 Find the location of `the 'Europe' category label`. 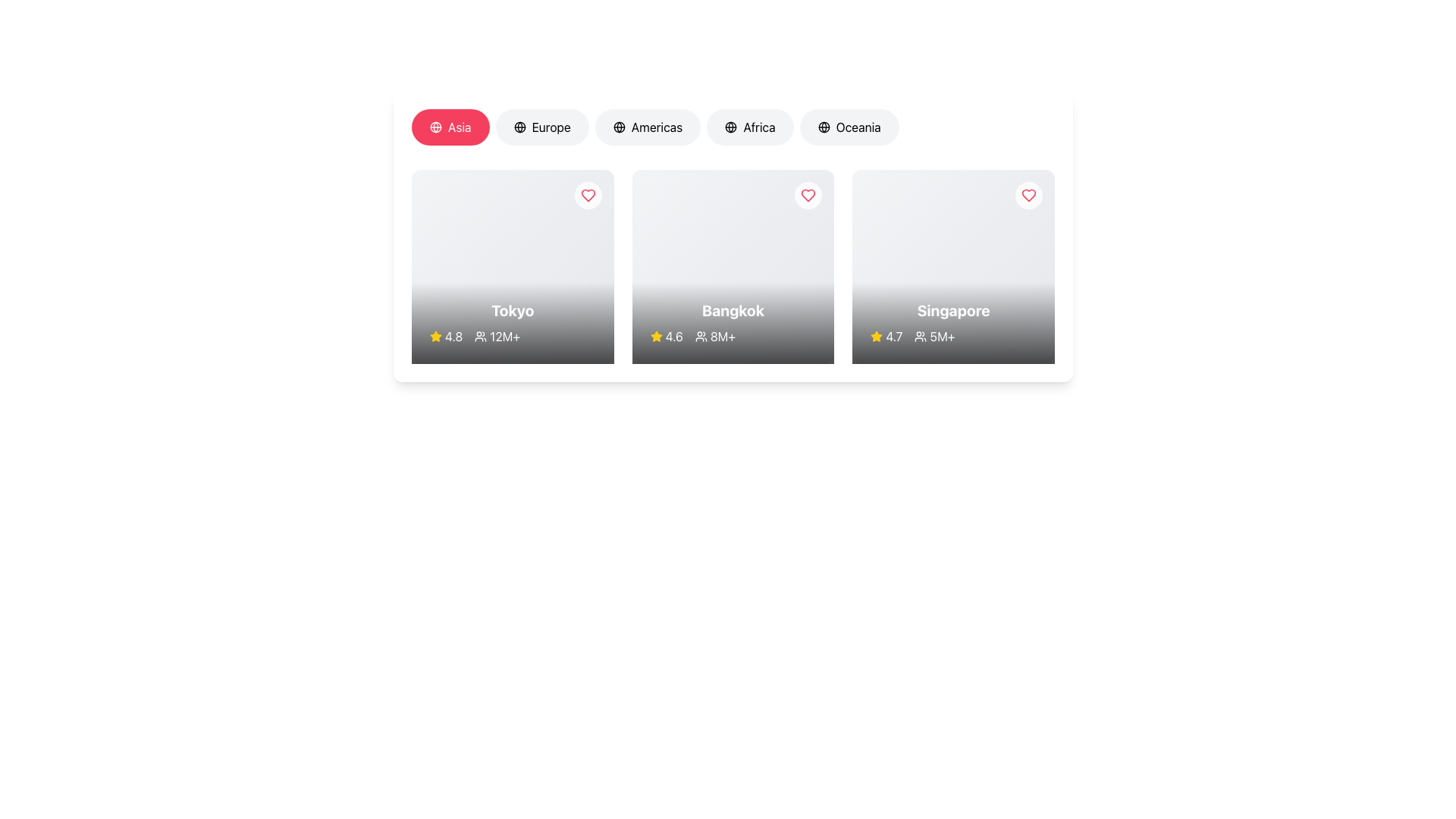

the 'Europe' category label is located at coordinates (550, 127).